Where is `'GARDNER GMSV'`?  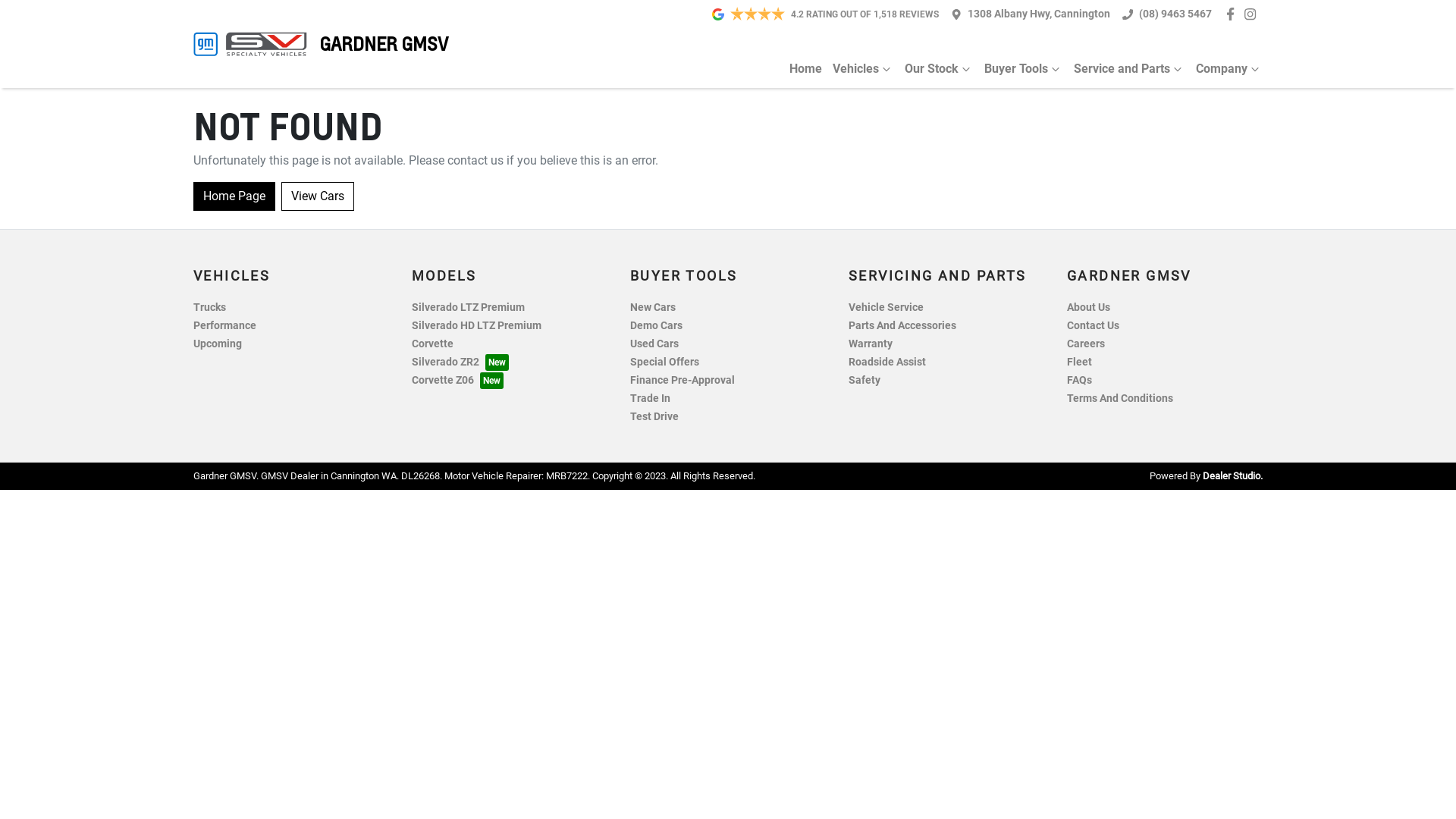 'GARDNER GMSV' is located at coordinates (192, 42).